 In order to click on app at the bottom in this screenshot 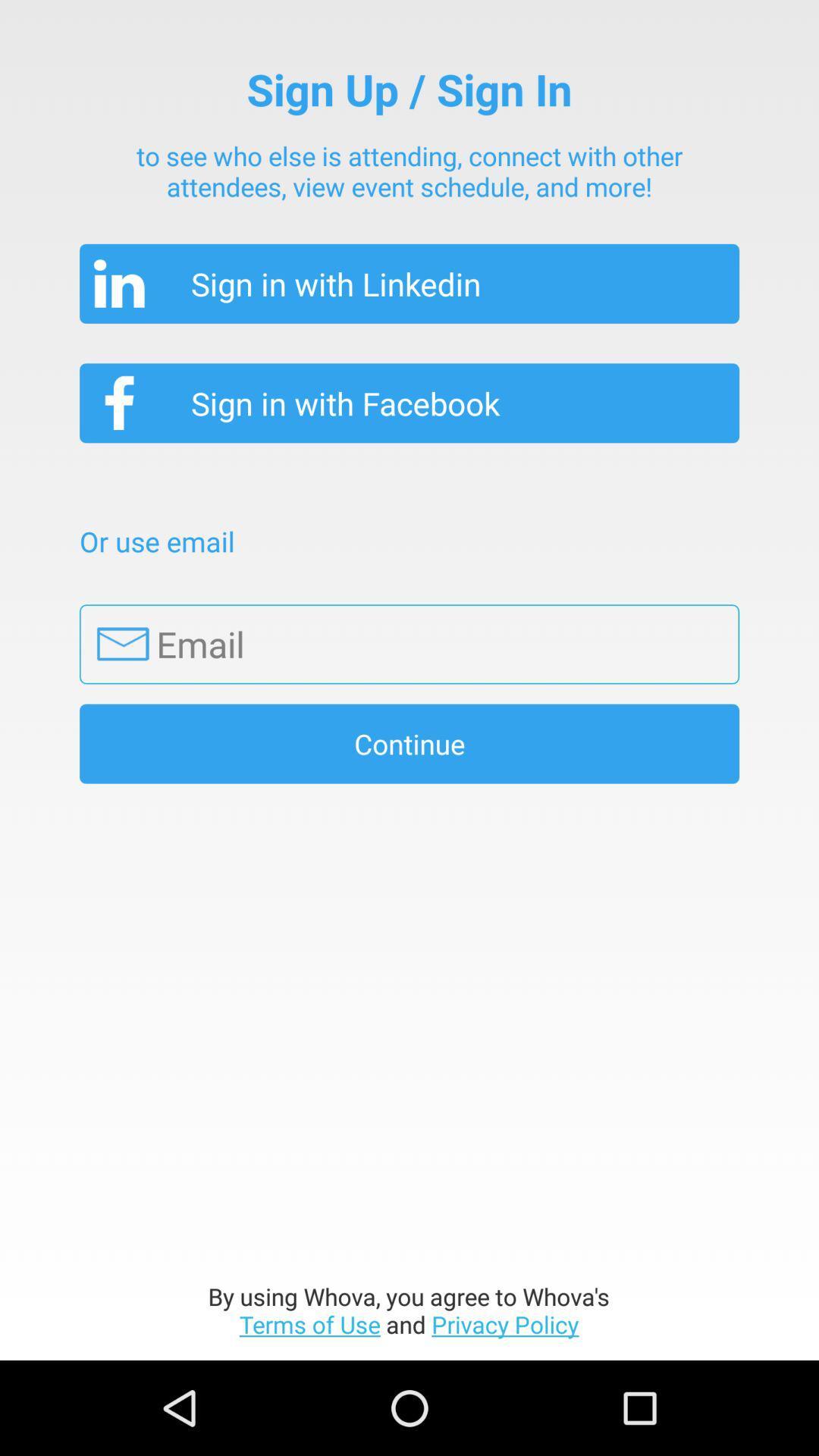, I will do `click(408, 1310)`.